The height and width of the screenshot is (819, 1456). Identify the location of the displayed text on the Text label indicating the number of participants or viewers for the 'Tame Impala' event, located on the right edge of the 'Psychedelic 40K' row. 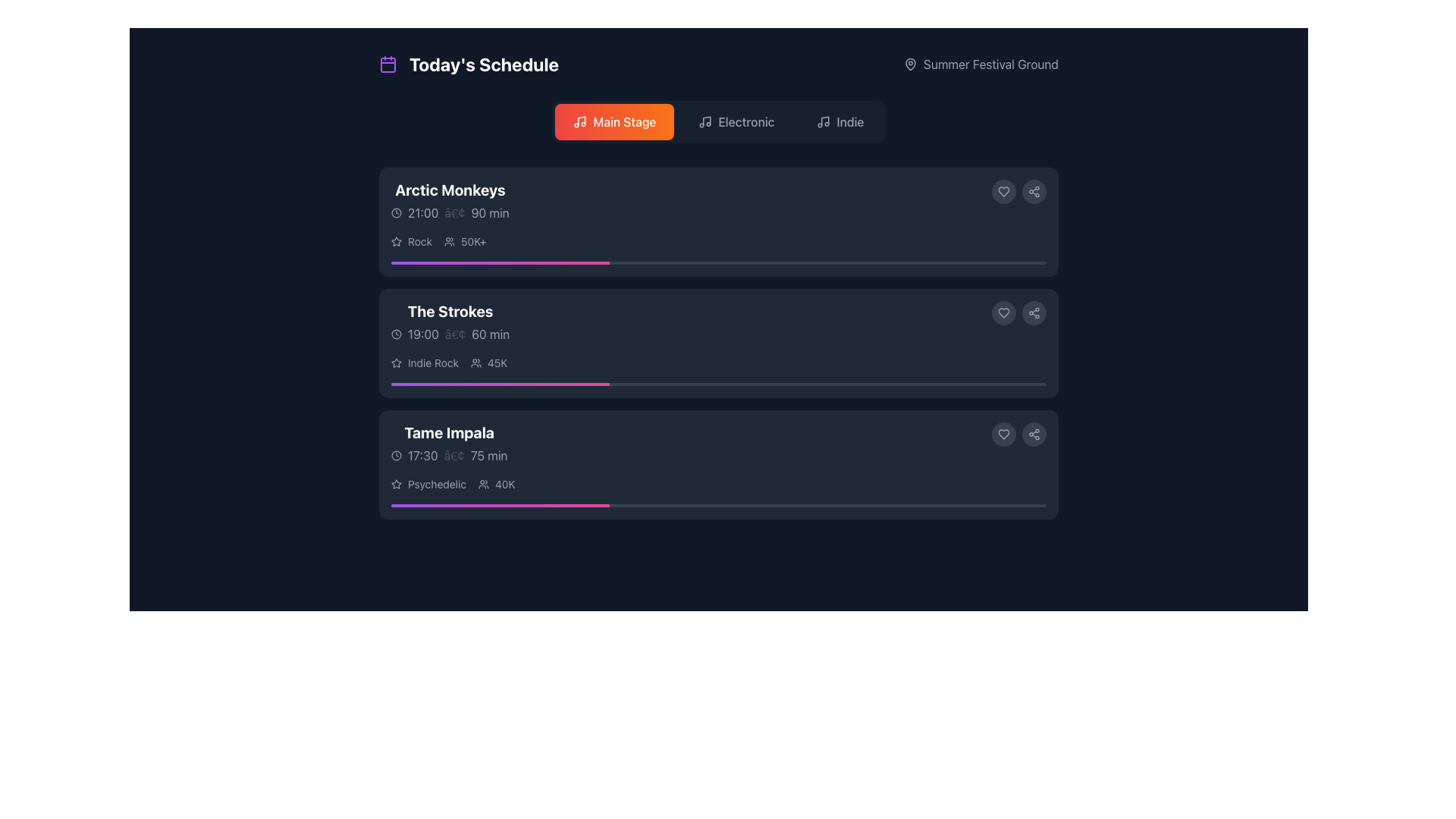
(497, 485).